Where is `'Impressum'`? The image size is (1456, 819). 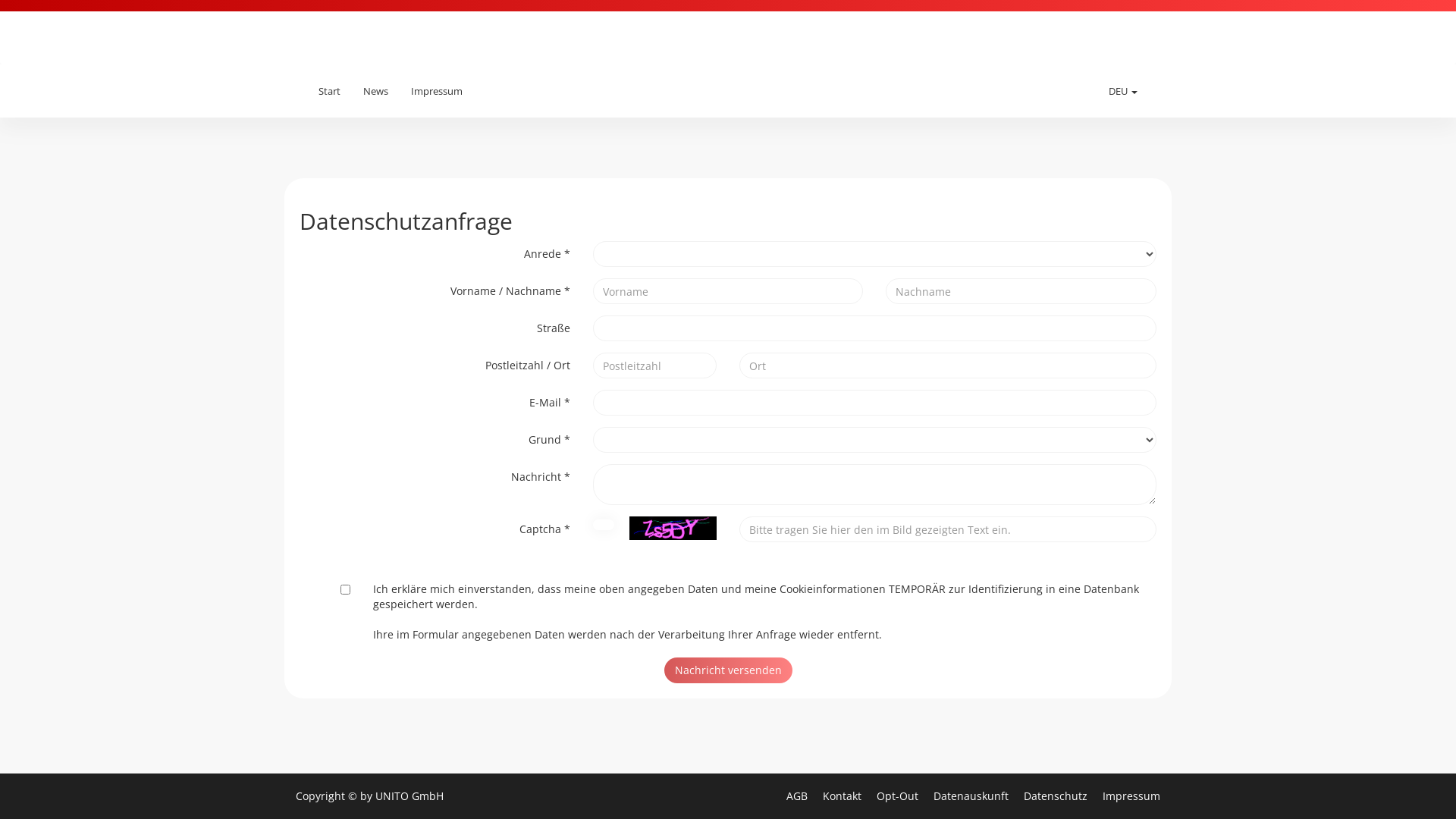
'Impressum' is located at coordinates (436, 90).